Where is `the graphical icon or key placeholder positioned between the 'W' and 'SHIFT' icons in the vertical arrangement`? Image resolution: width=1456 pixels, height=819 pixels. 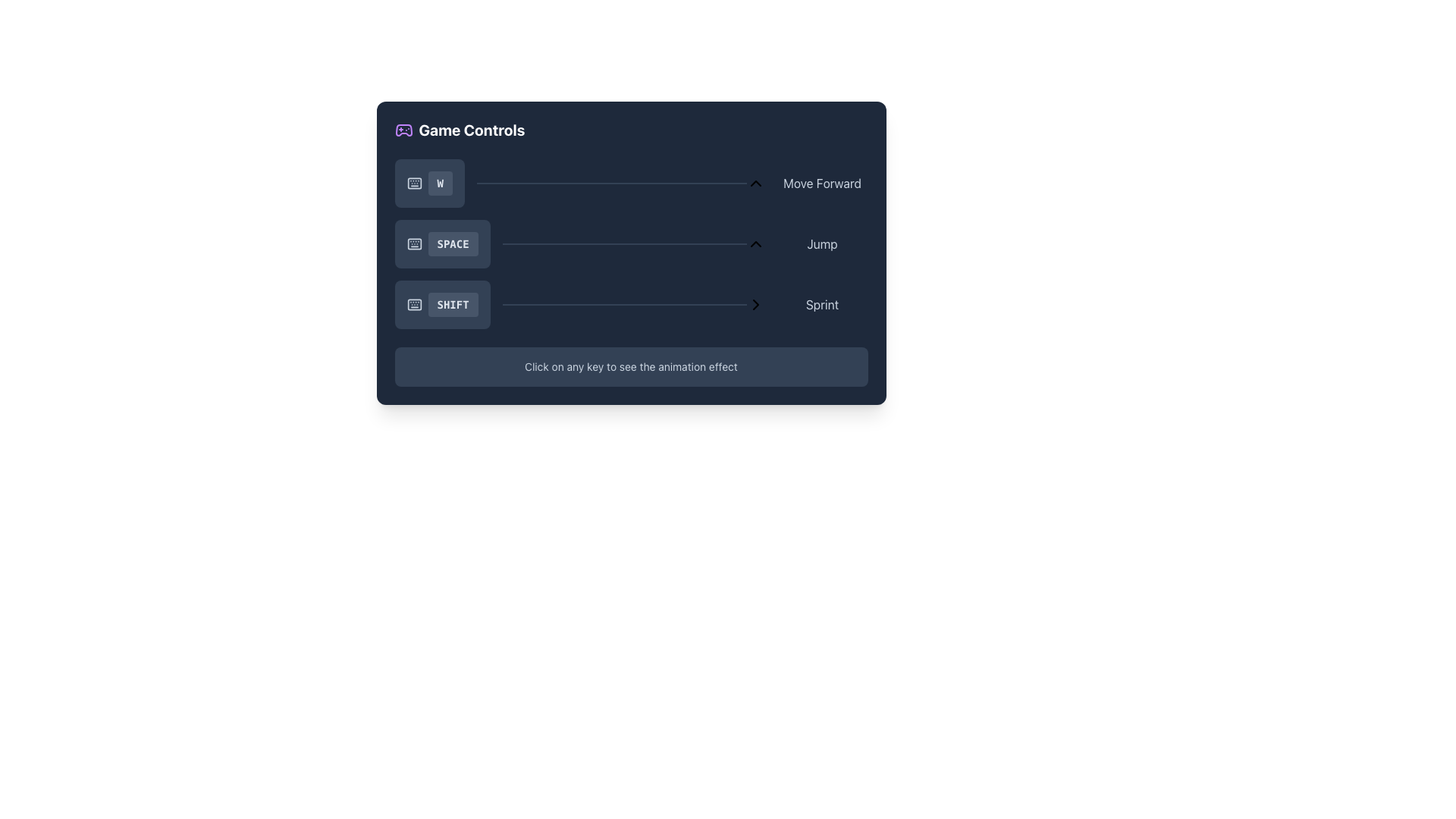 the graphical icon or key placeholder positioned between the 'W' and 'SHIFT' icons in the vertical arrangement is located at coordinates (414, 243).